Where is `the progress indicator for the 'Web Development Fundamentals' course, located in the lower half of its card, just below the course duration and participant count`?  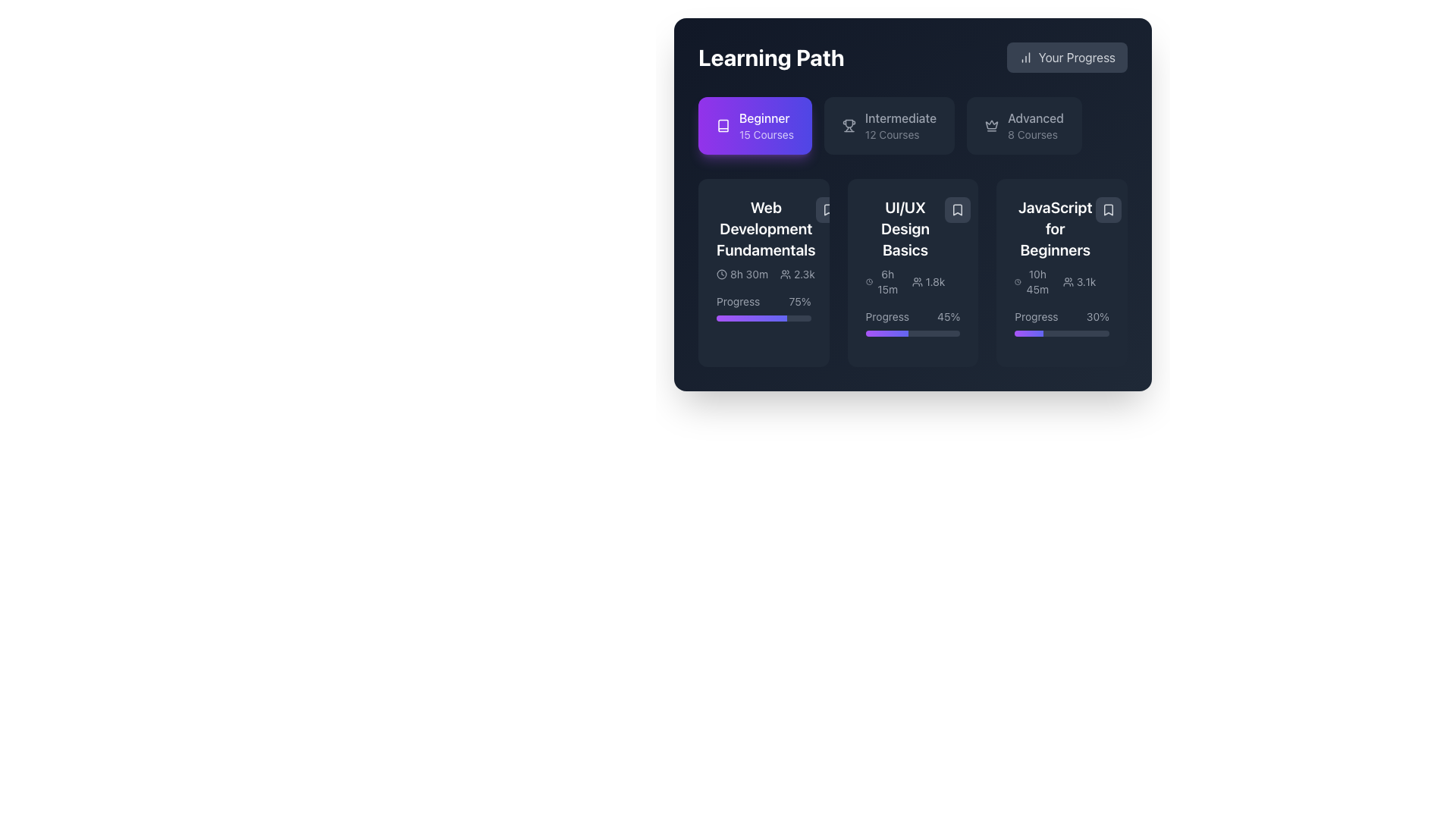 the progress indicator for the 'Web Development Fundamentals' course, located in the lower half of its card, just below the course duration and participant count is located at coordinates (764, 307).